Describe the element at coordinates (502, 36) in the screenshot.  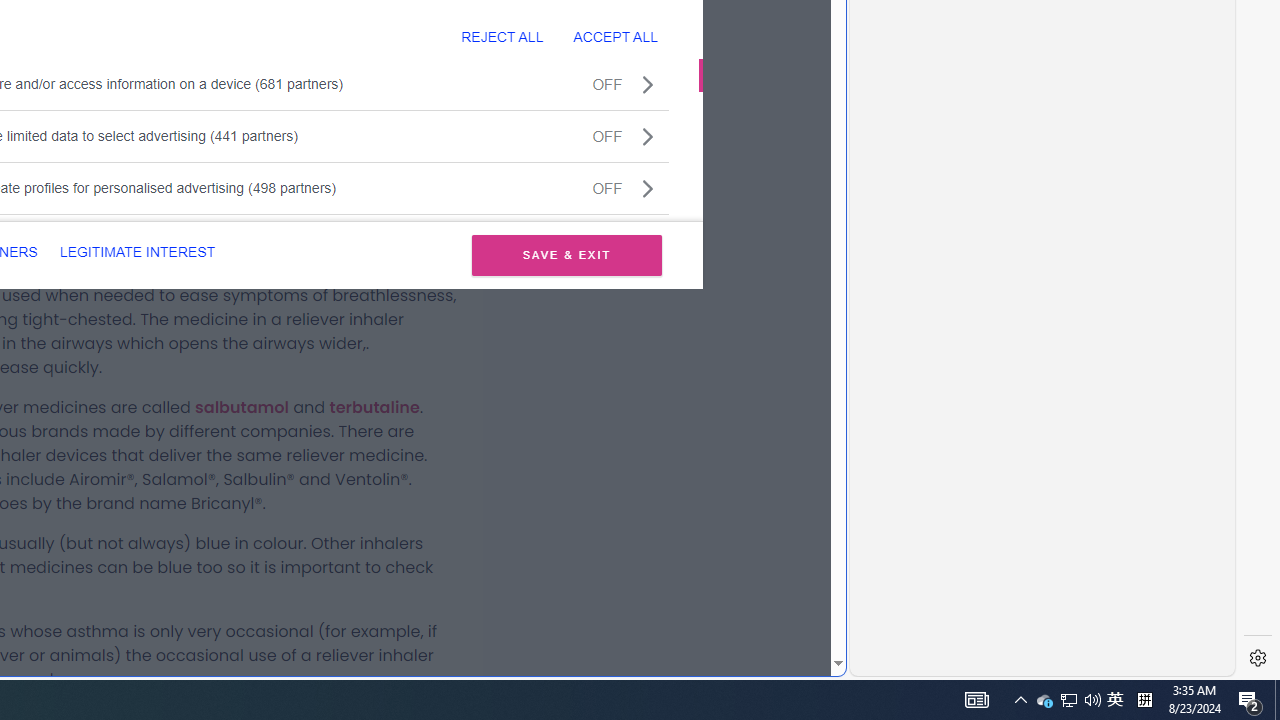
I see `'REJECT ALL'` at that location.